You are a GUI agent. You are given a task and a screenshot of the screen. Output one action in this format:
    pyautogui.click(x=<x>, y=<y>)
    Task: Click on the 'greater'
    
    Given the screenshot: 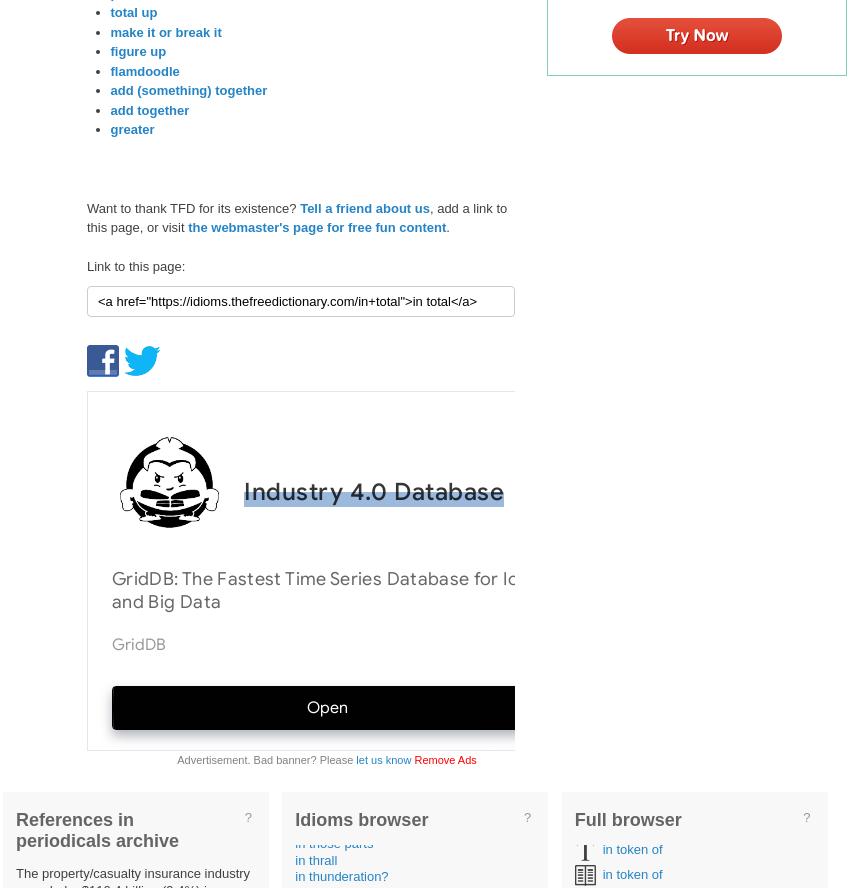 What is the action you would take?
    pyautogui.click(x=132, y=129)
    